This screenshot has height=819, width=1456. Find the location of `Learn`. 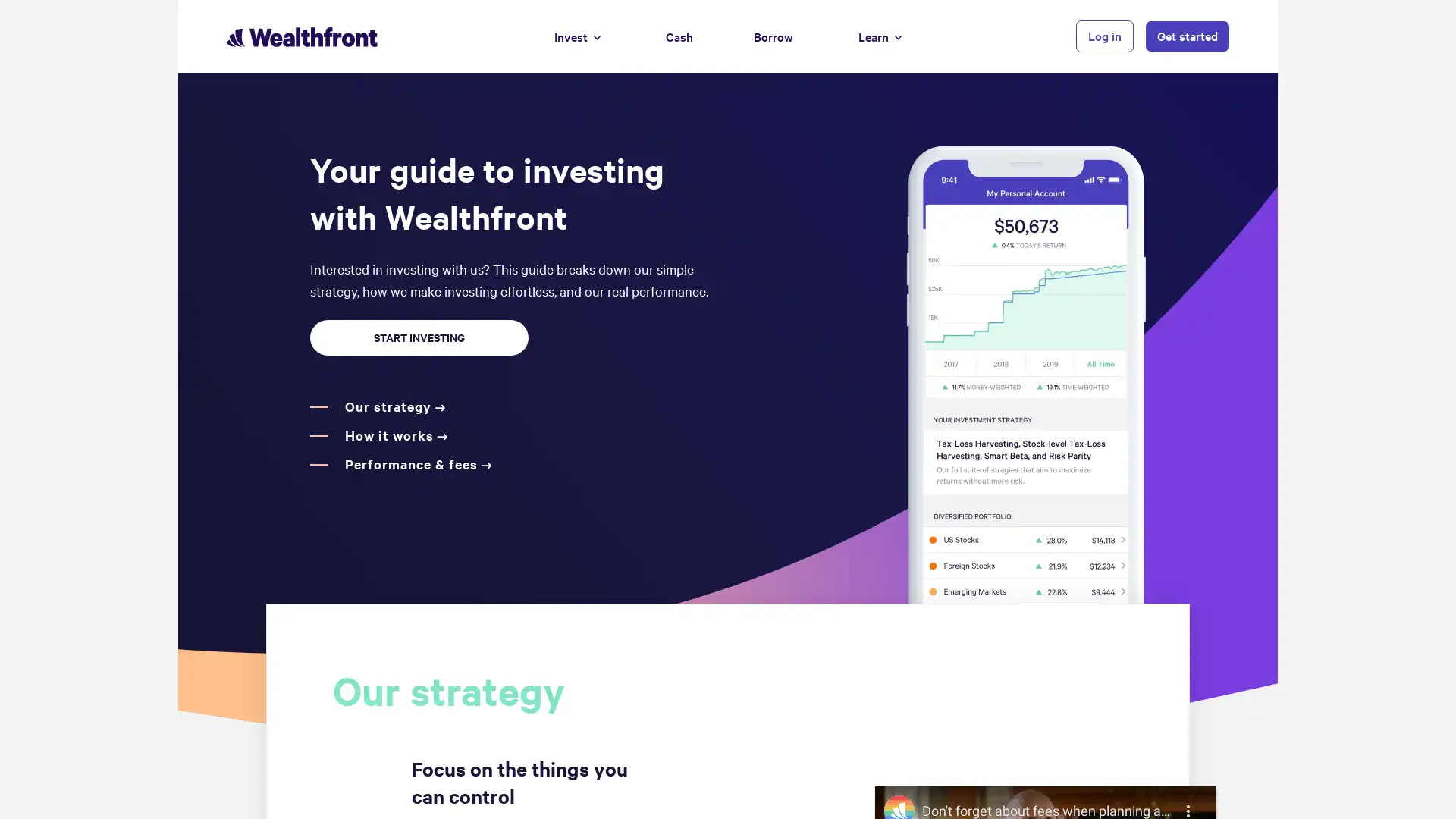

Learn is located at coordinates (880, 35).